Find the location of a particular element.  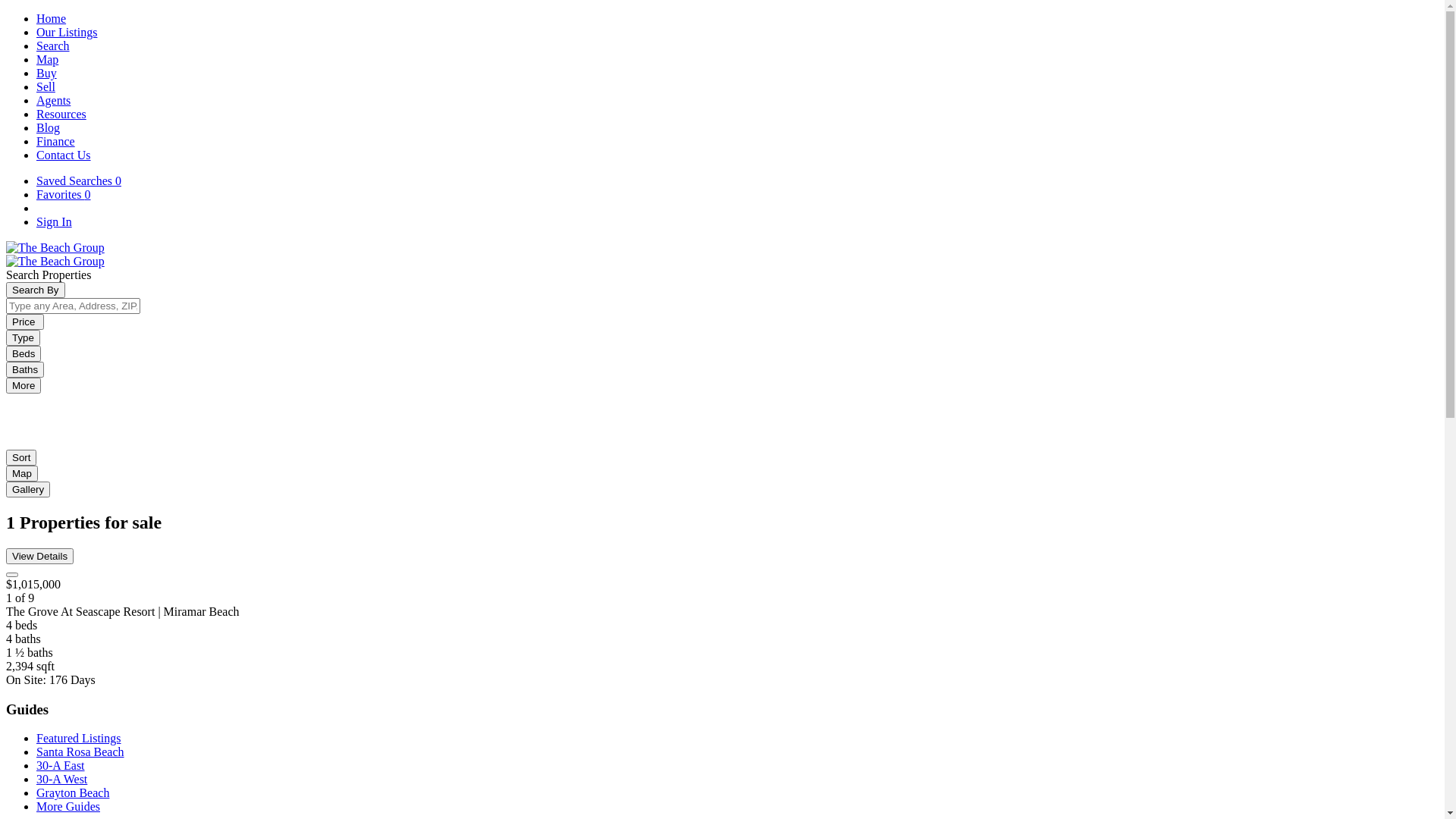

'Blog' is located at coordinates (48, 127).